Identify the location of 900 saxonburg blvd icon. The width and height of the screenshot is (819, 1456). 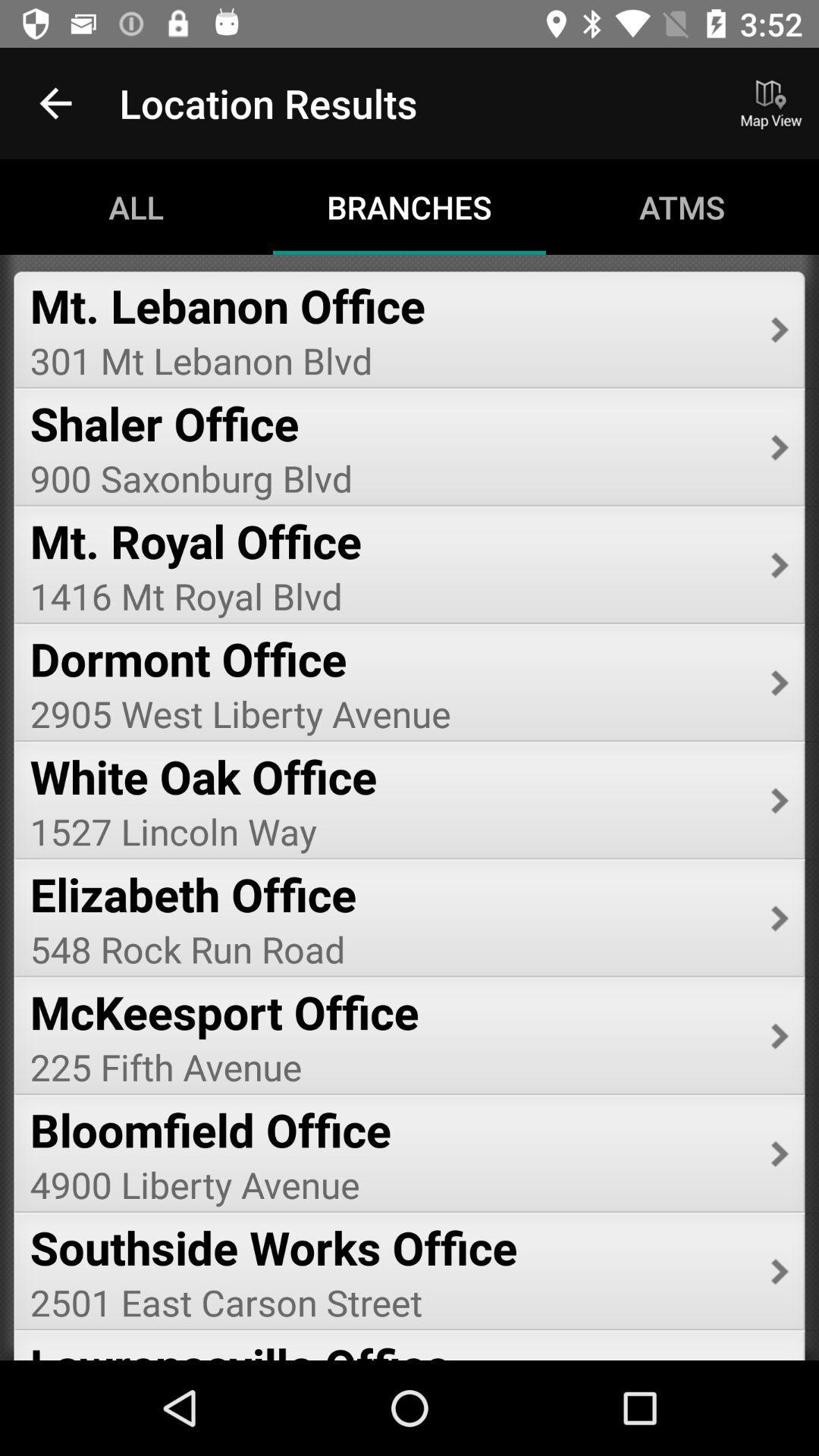
(389, 477).